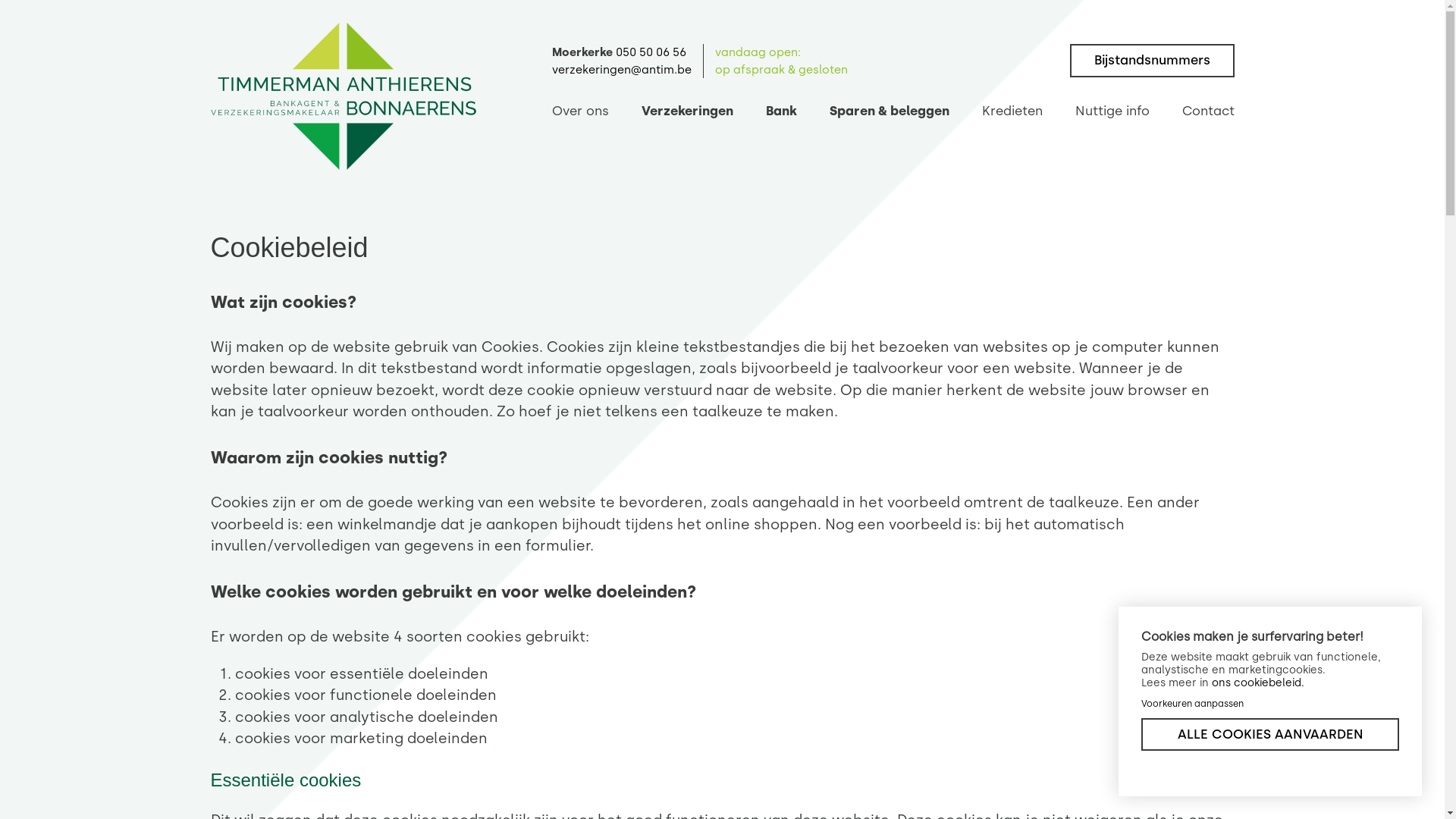 The height and width of the screenshot is (819, 1456). What do you see at coordinates (651, 52) in the screenshot?
I see `'050 50 06 56'` at bounding box center [651, 52].